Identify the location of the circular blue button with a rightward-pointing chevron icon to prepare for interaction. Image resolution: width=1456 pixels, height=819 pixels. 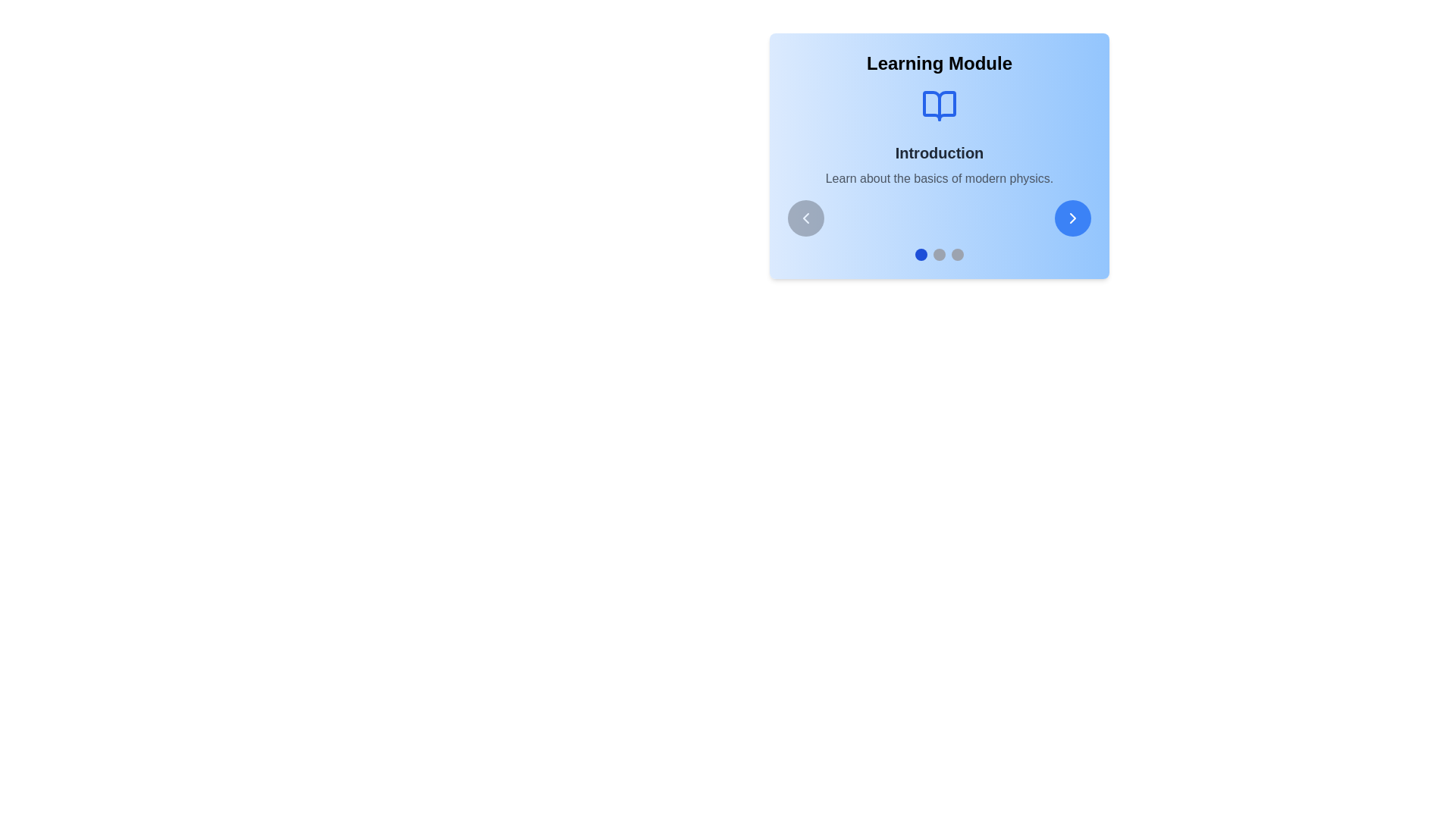
(1072, 218).